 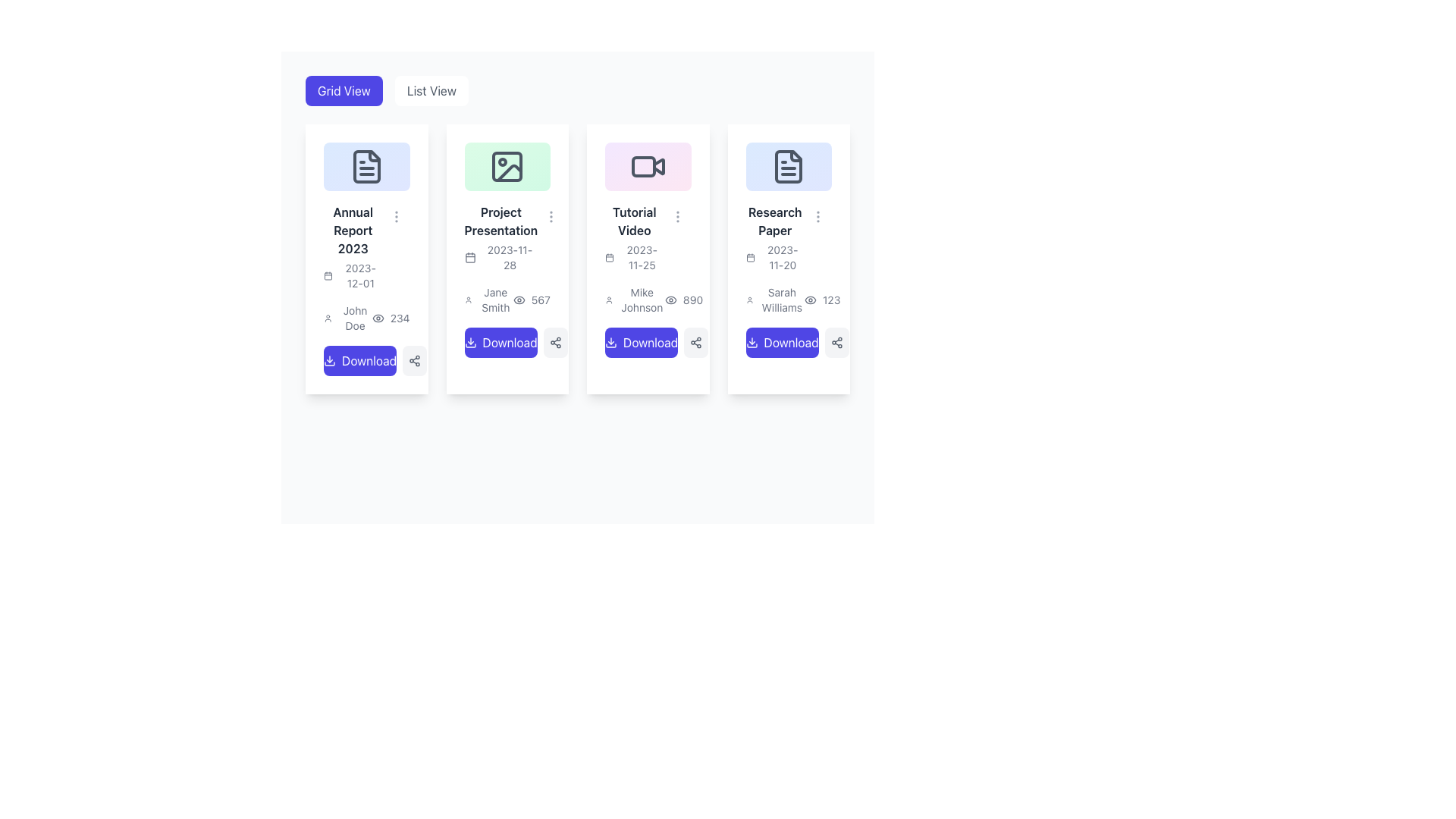 I want to click on the text label indicating the author's name 'Mike Johnson' located in the third card from the left, positioned centrally in the lower portion above the 'Download' button, so click(x=635, y=300).